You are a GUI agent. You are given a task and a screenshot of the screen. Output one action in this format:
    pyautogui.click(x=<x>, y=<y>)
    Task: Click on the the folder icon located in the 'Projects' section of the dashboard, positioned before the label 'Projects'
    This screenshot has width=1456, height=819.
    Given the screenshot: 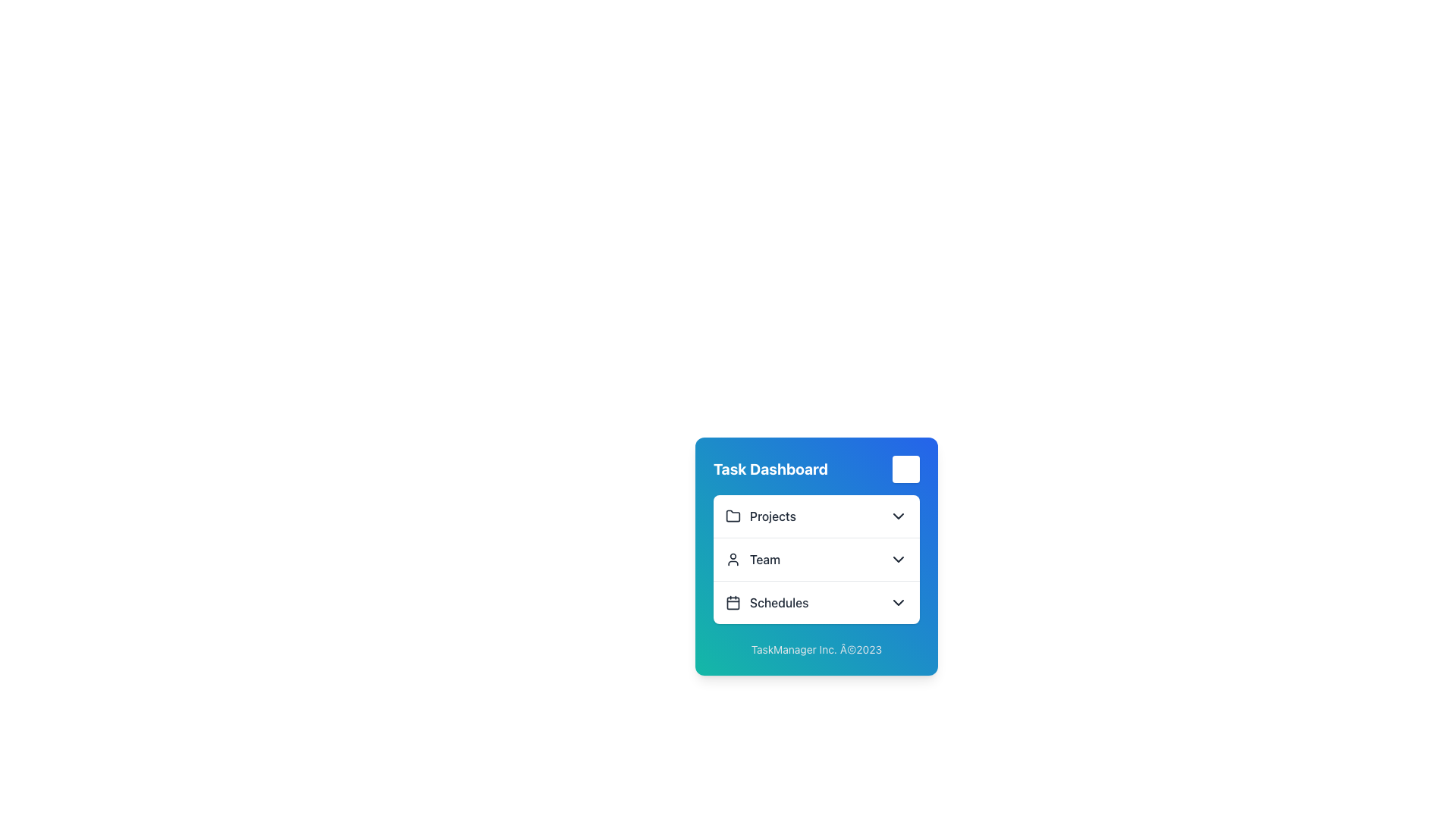 What is the action you would take?
    pyautogui.click(x=733, y=514)
    